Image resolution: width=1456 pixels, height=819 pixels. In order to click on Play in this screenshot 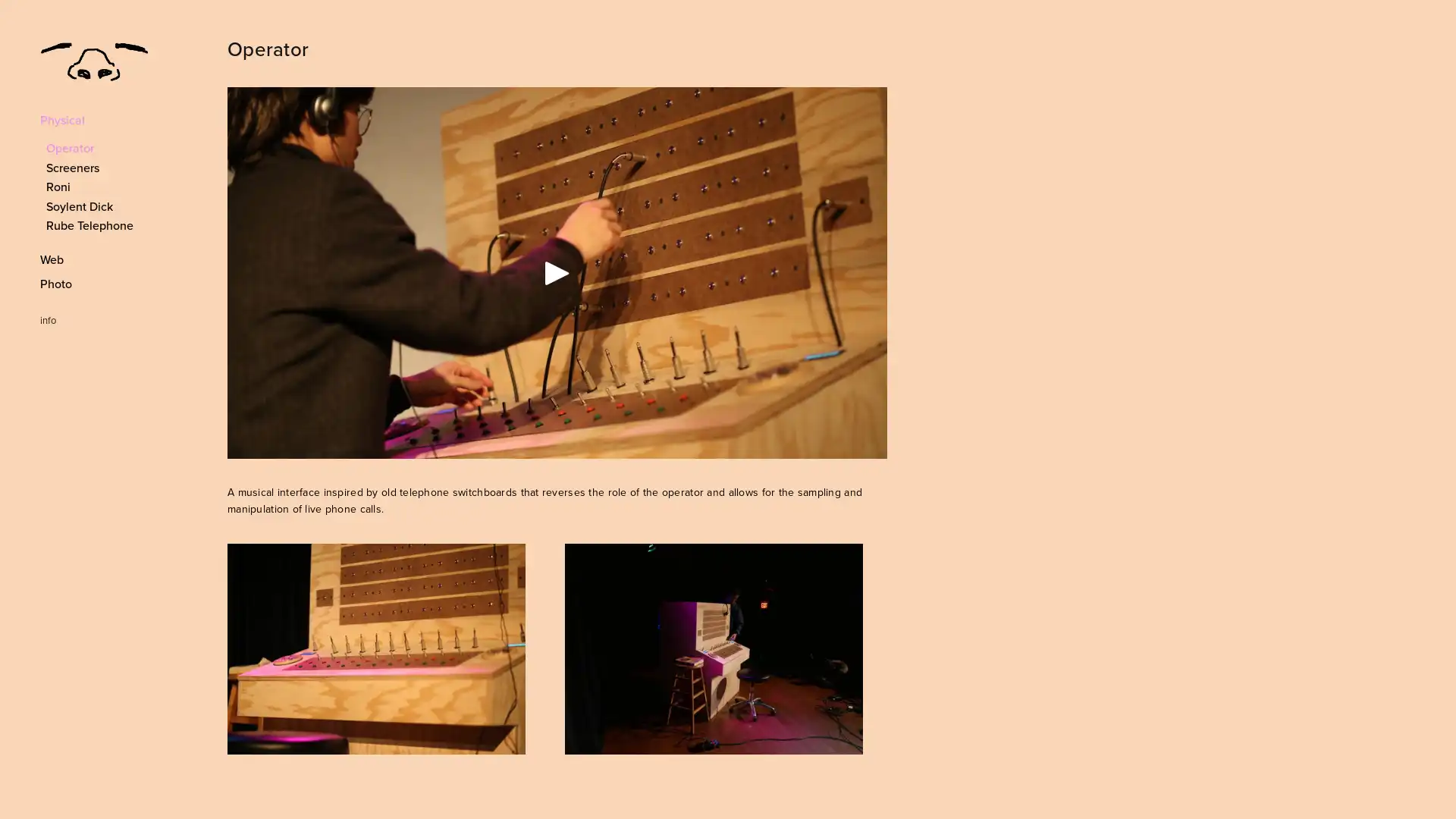, I will do `click(556, 271)`.